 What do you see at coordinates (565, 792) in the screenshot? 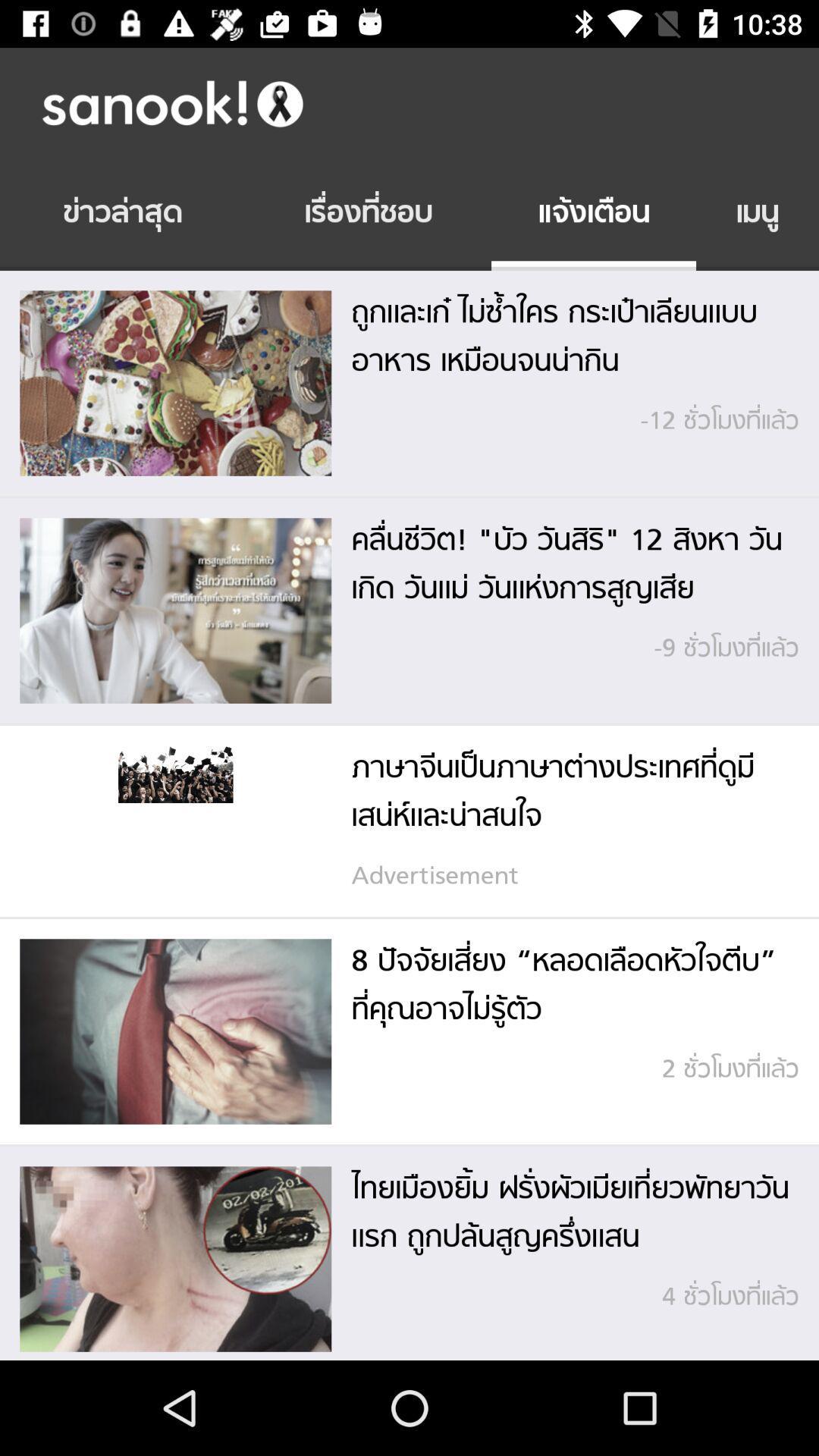
I see `the item above advertisement icon` at bounding box center [565, 792].